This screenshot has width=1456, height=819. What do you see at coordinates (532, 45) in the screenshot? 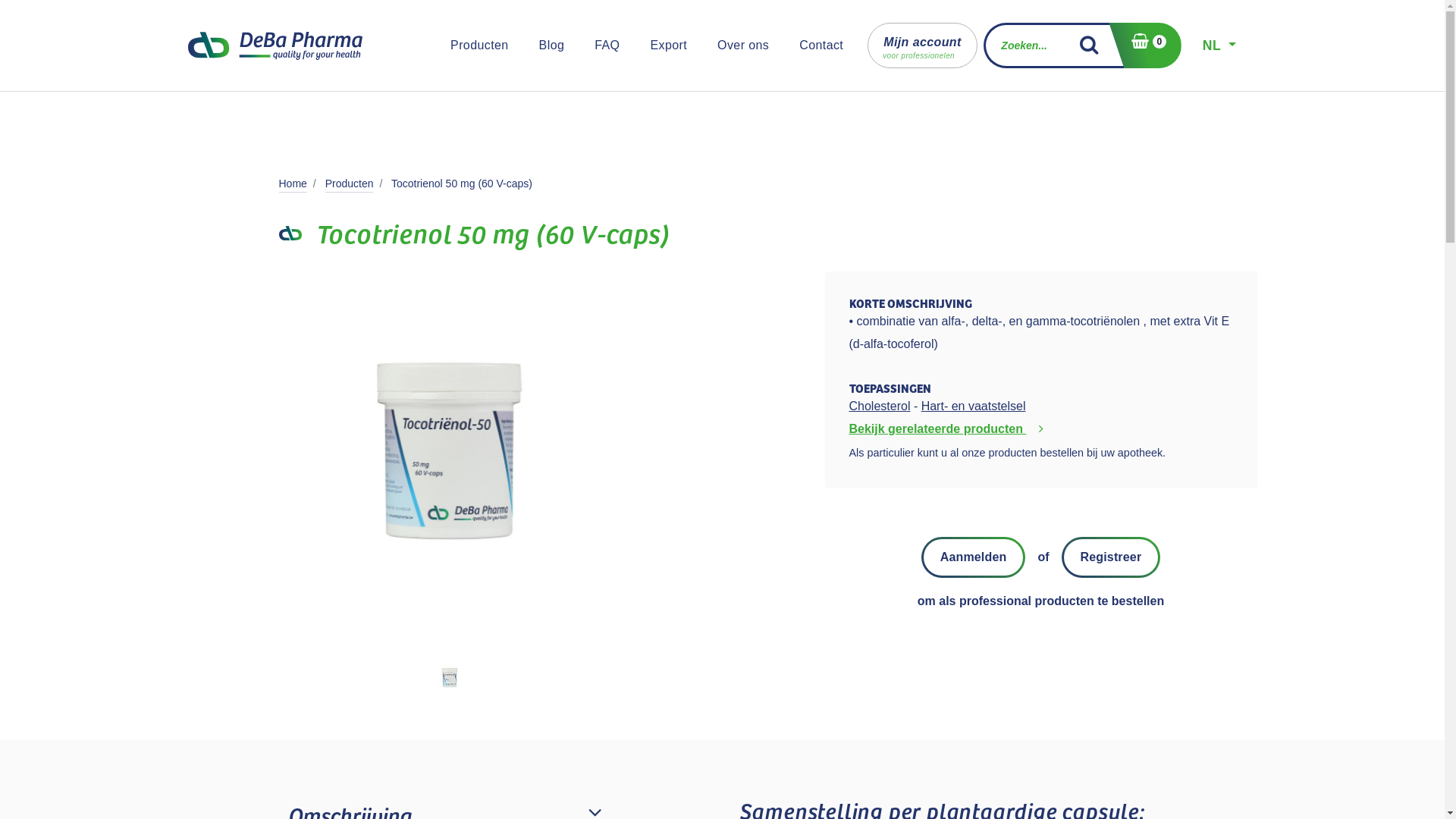
I see `'Blog'` at bounding box center [532, 45].